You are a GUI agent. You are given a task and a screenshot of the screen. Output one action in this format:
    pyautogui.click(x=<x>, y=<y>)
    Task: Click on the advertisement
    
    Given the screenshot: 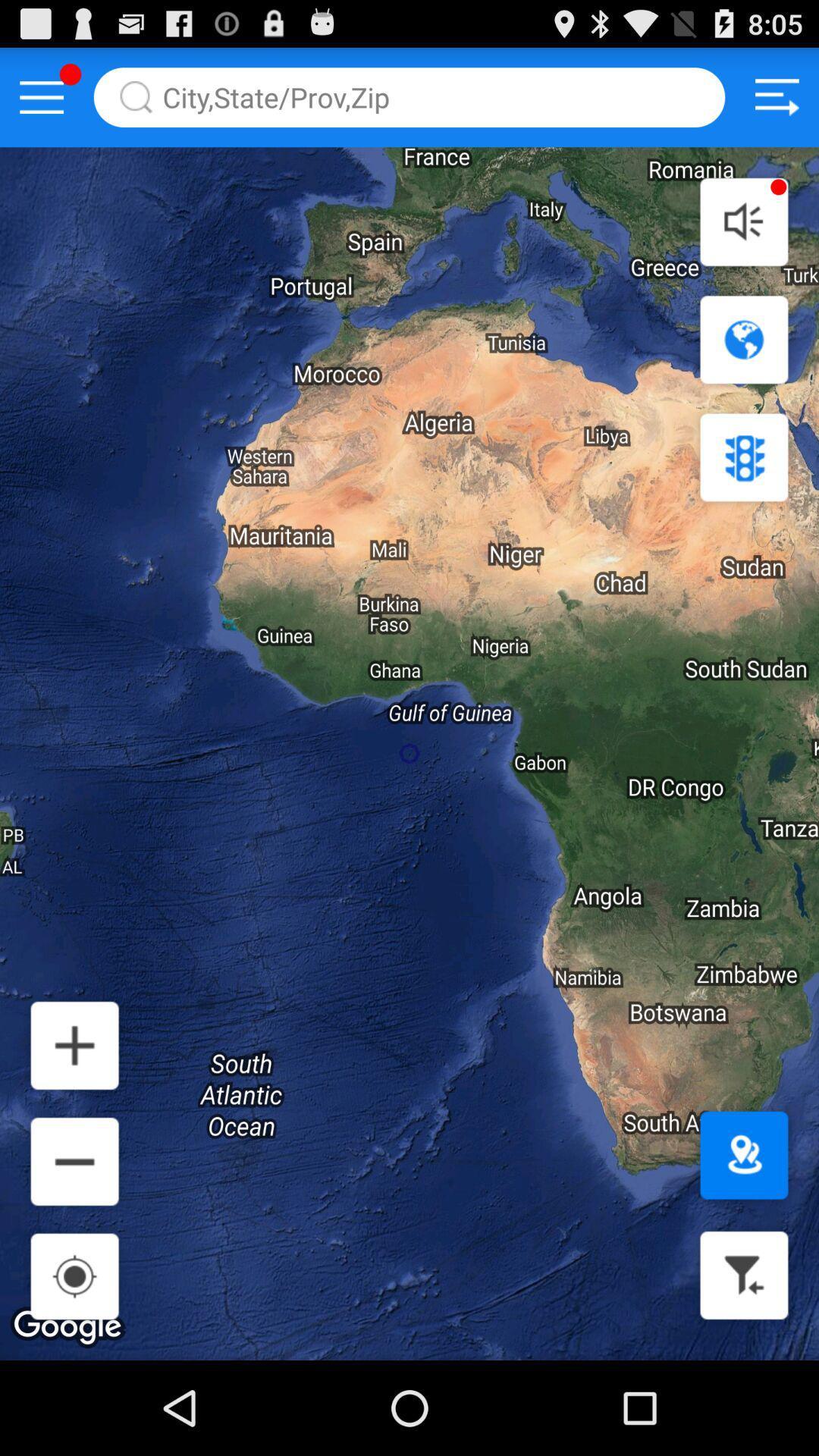 What is the action you would take?
    pyautogui.click(x=777, y=96)
    